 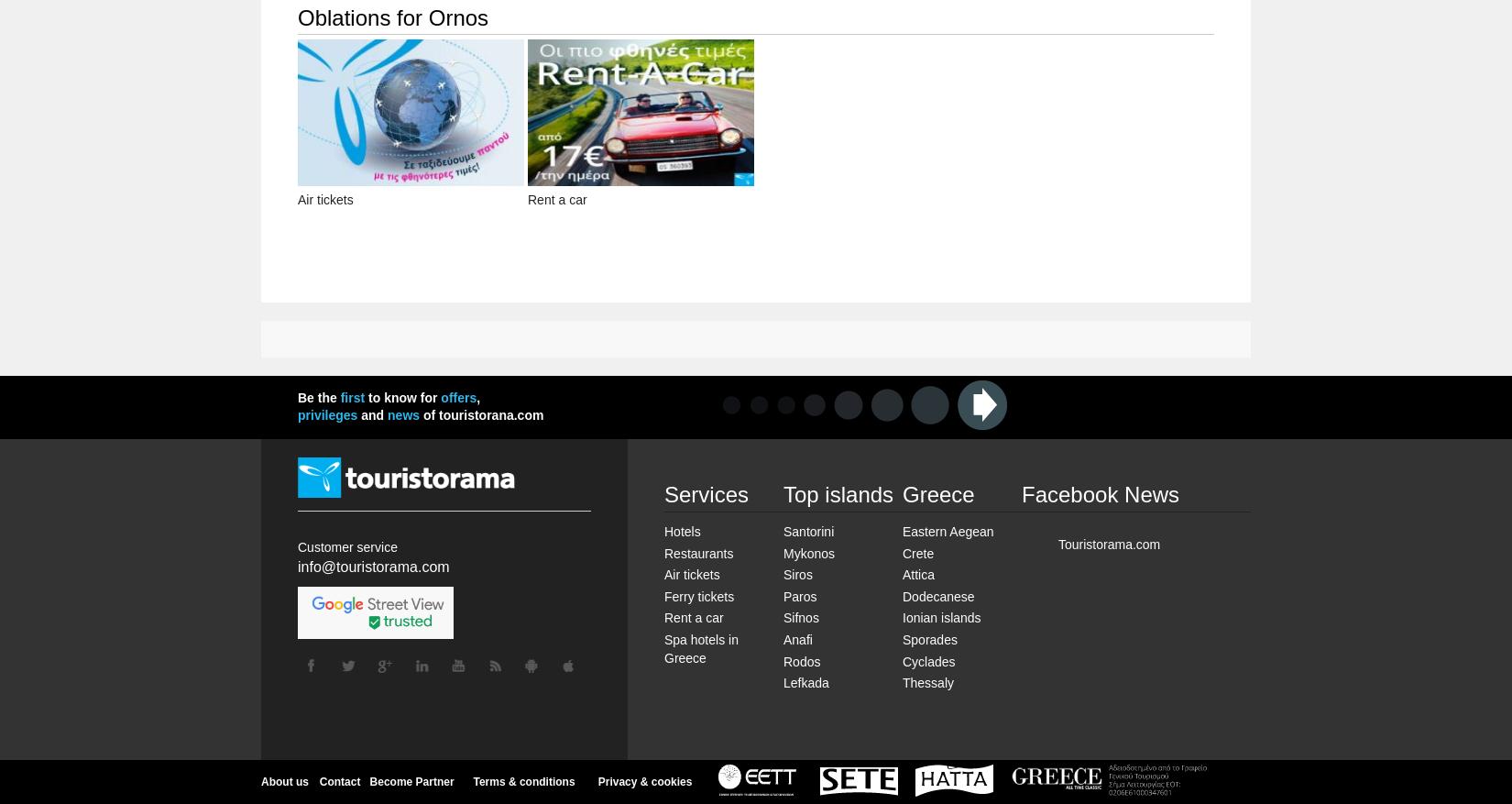 I want to click on 'of touristorana.com', so click(x=480, y=414).